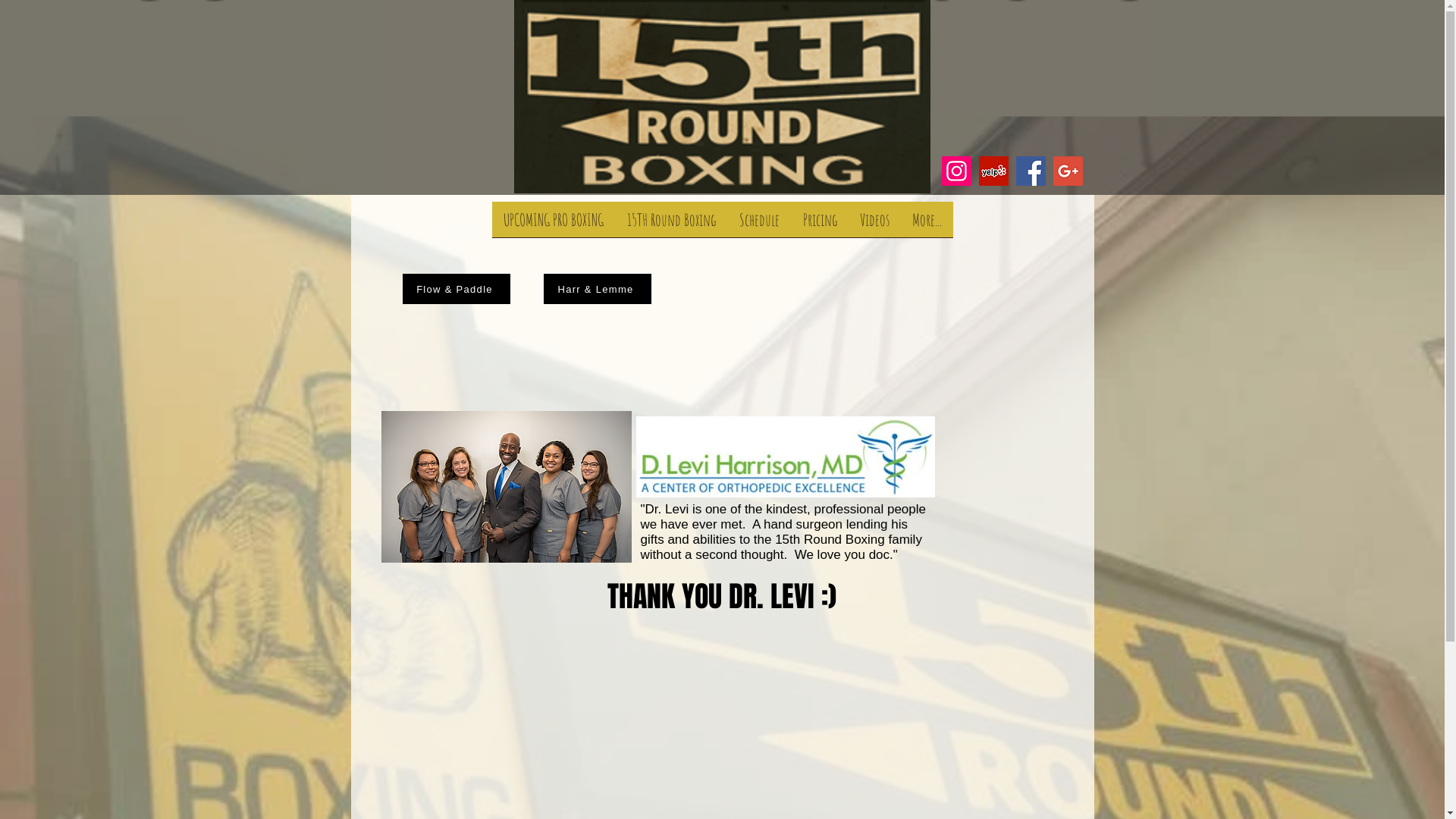 This screenshot has width=1456, height=819. What do you see at coordinates (615, 224) in the screenshot?
I see `'15TH Round Boxing'` at bounding box center [615, 224].